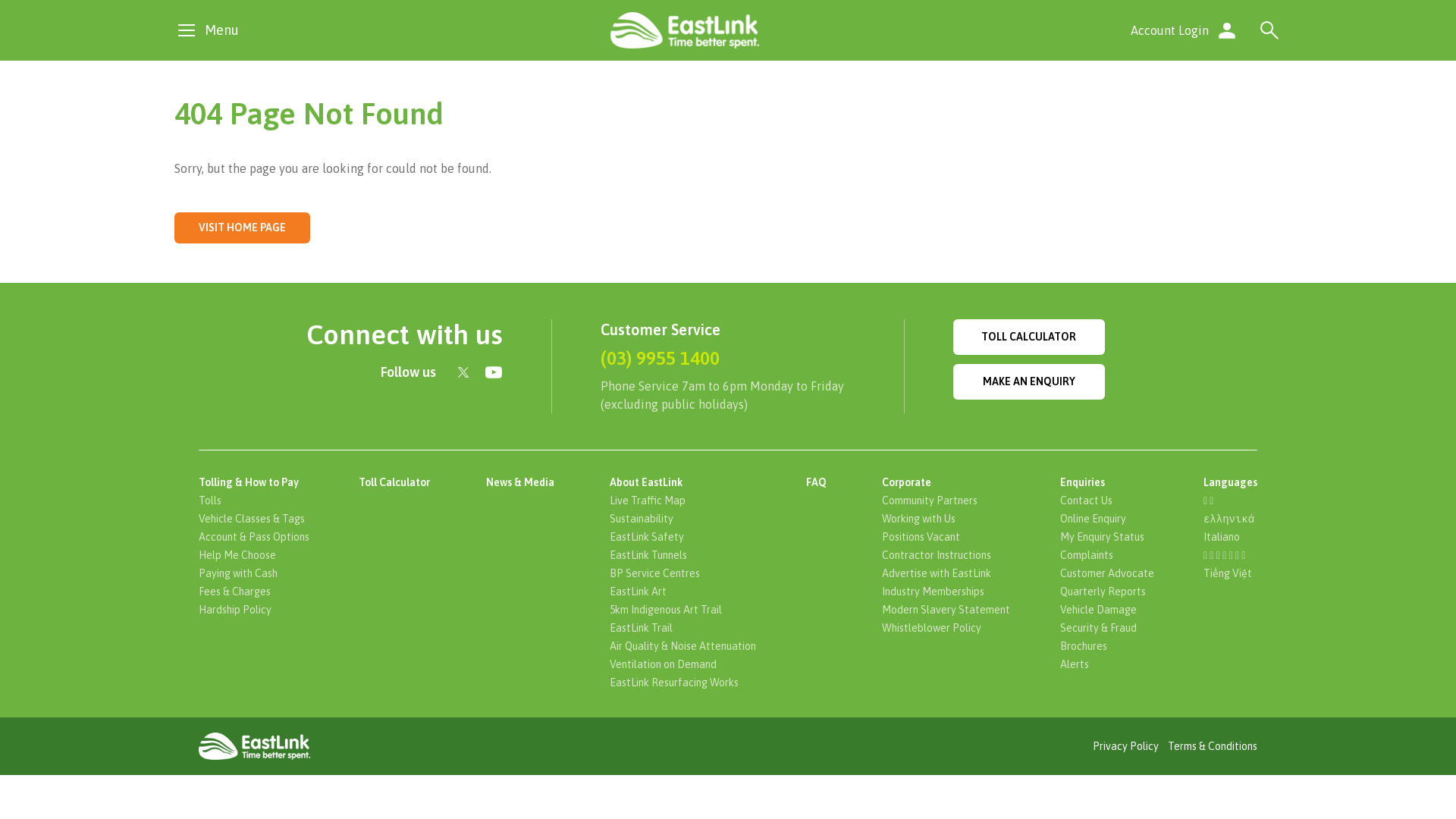 The image size is (1456, 819). Describe the element at coordinates (1029, 381) in the screenshot. I see `'MAKE AN ENQUIRY'` at that location.